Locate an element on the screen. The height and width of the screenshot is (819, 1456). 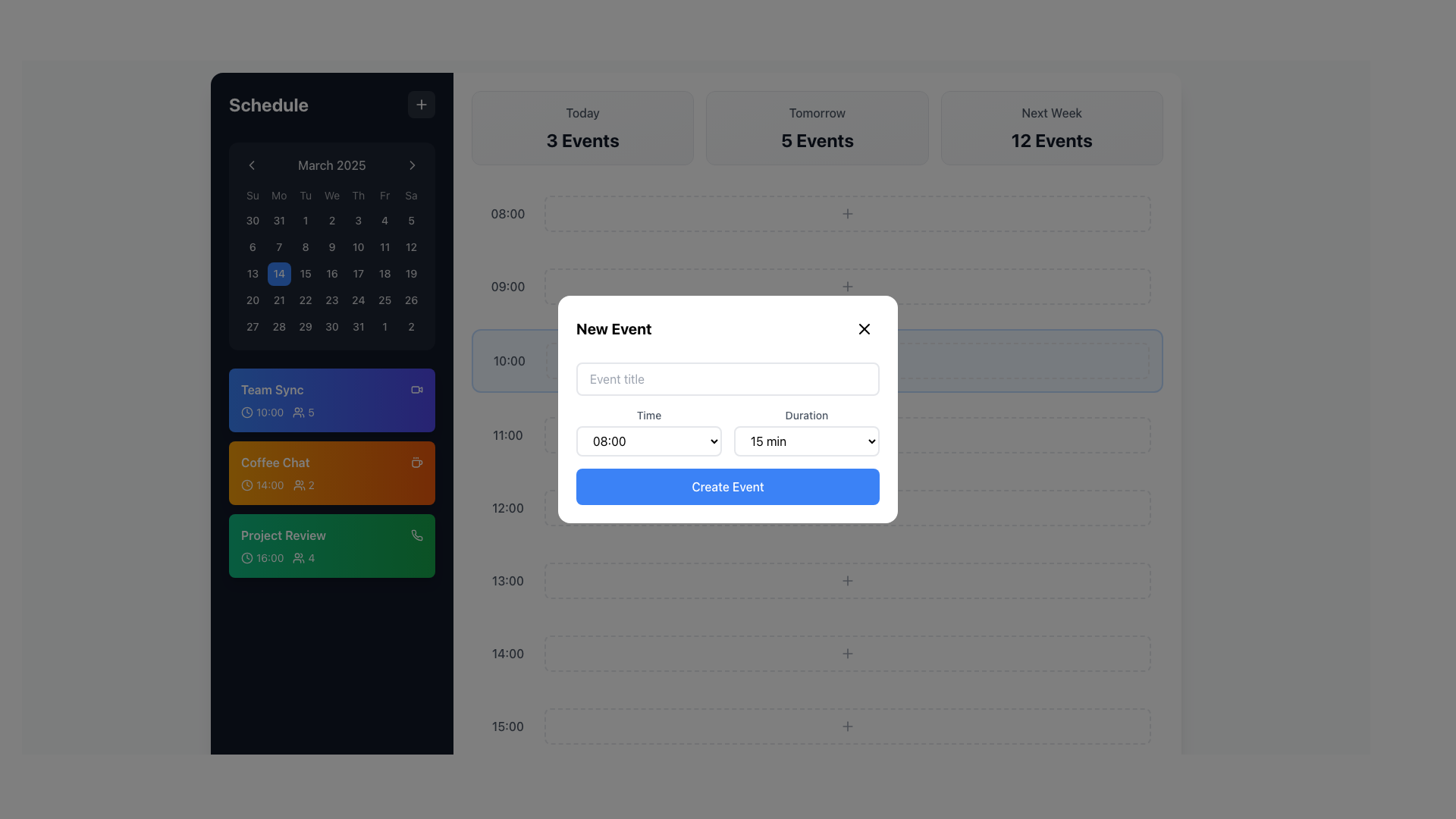
the button with a dashed border and a '+' symbol located to the right of the '15:00' time slot is located at coordinates (847, 725).